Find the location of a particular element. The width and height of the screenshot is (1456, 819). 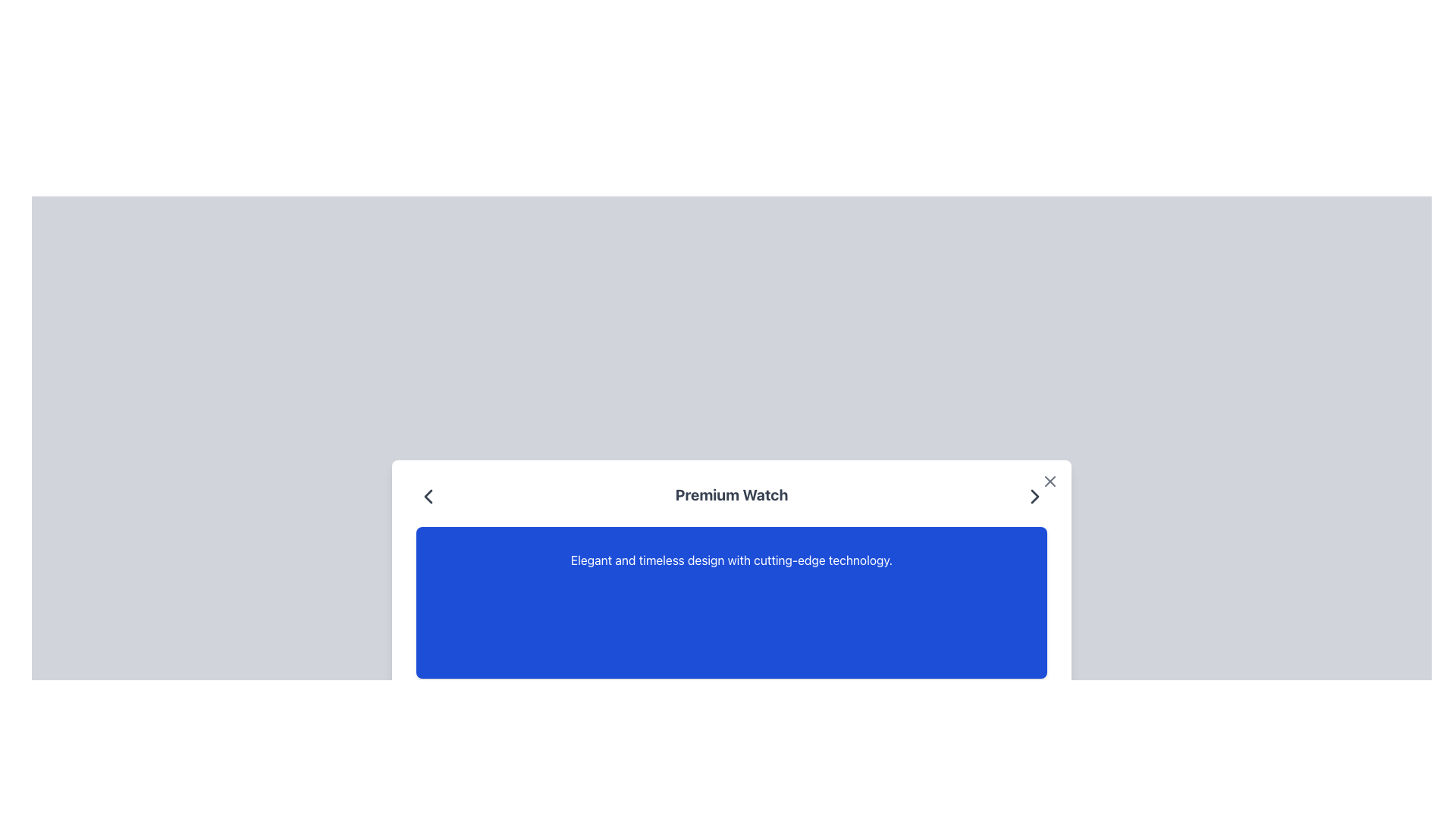

the leftward arrow icon button located to the left of the 'Premium Watch' title in the header is located at coordinates (428, 497).